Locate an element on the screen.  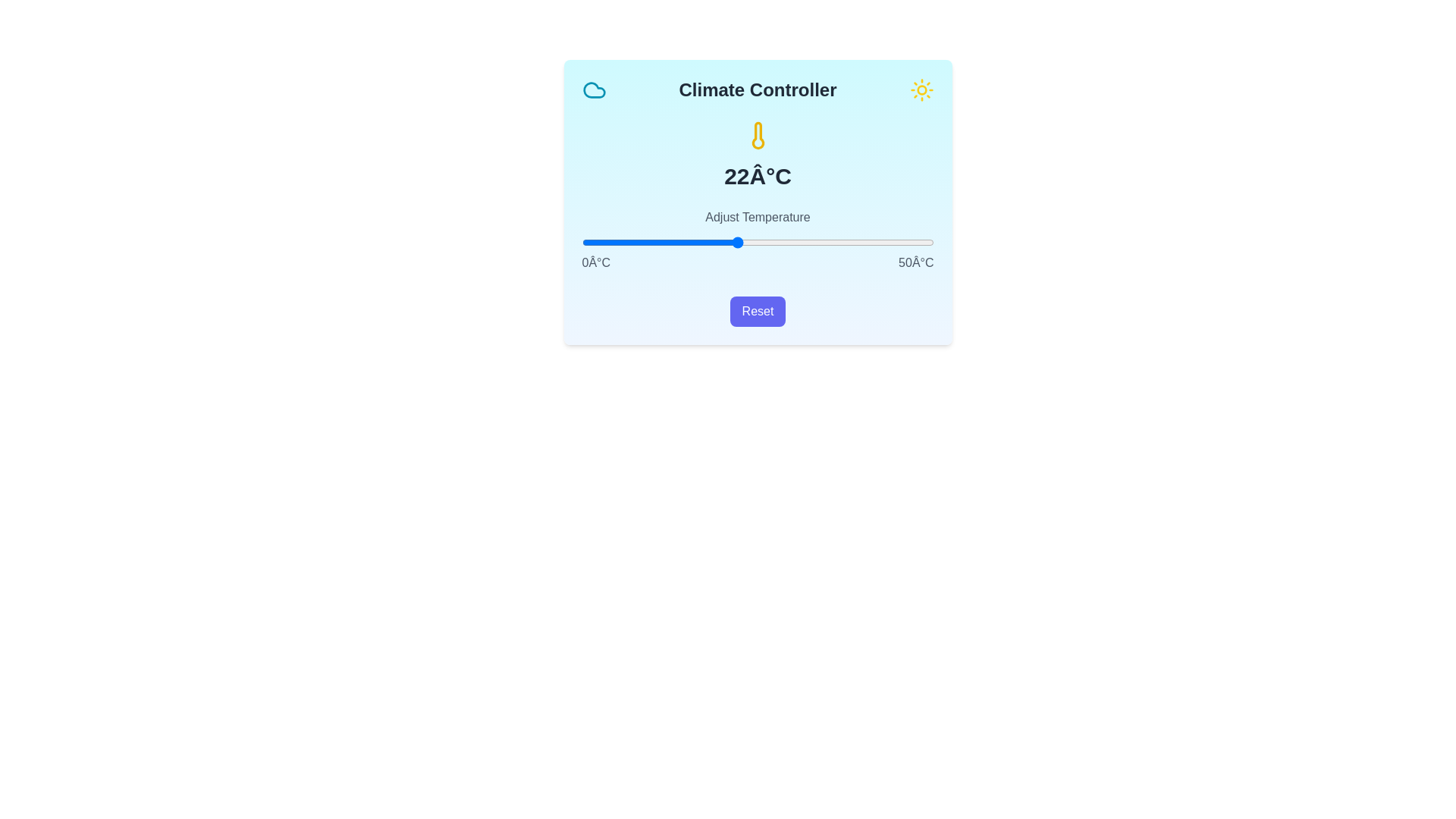
the temperature to 21°C using the slider is located at coordinates (730, 242).